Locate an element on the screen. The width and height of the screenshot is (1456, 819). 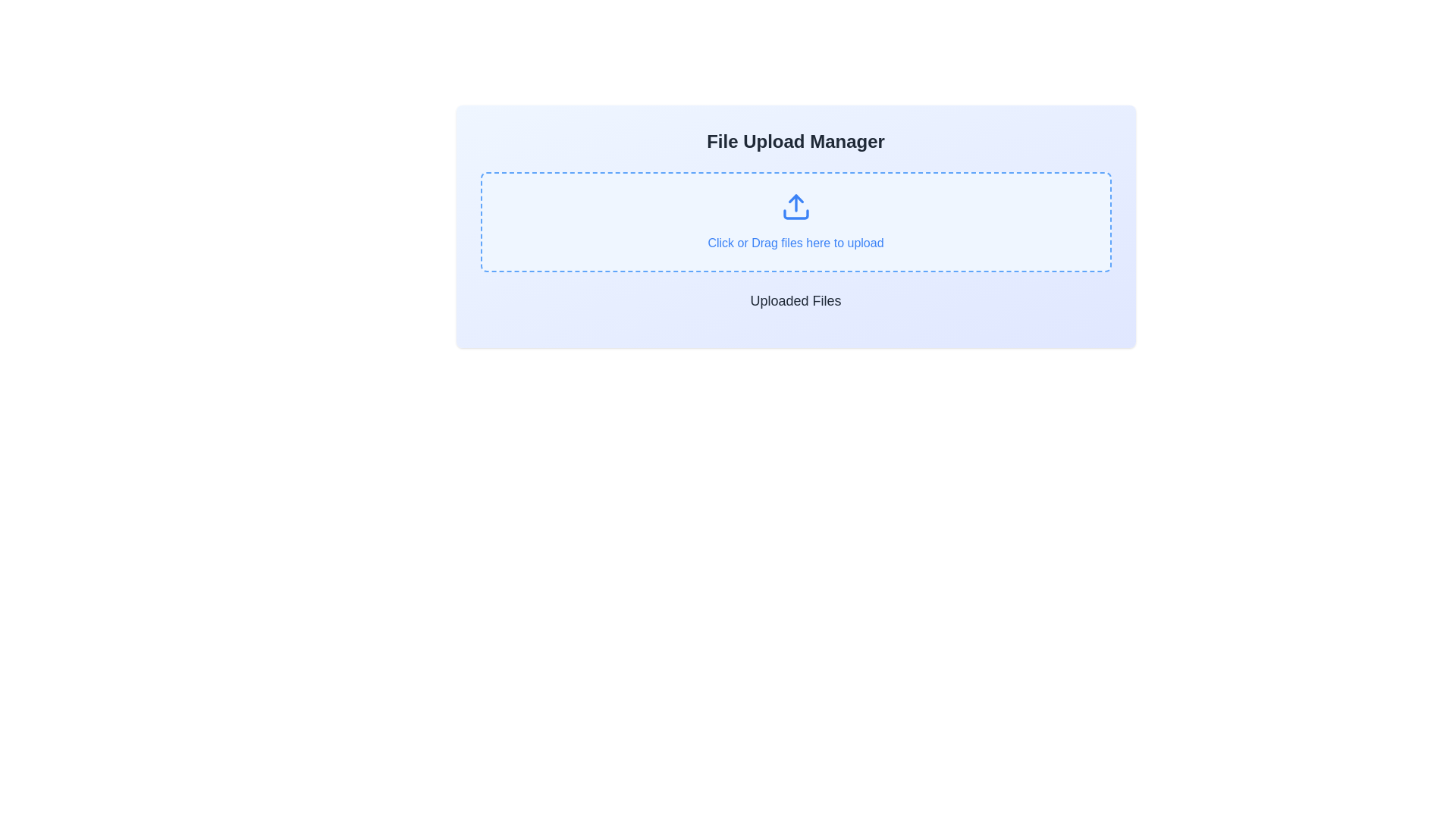
the interactive file upload zone with light blue background and dashed borders, labeled 'Click or Drag files here to upload' is located at coordinates (795, 222).